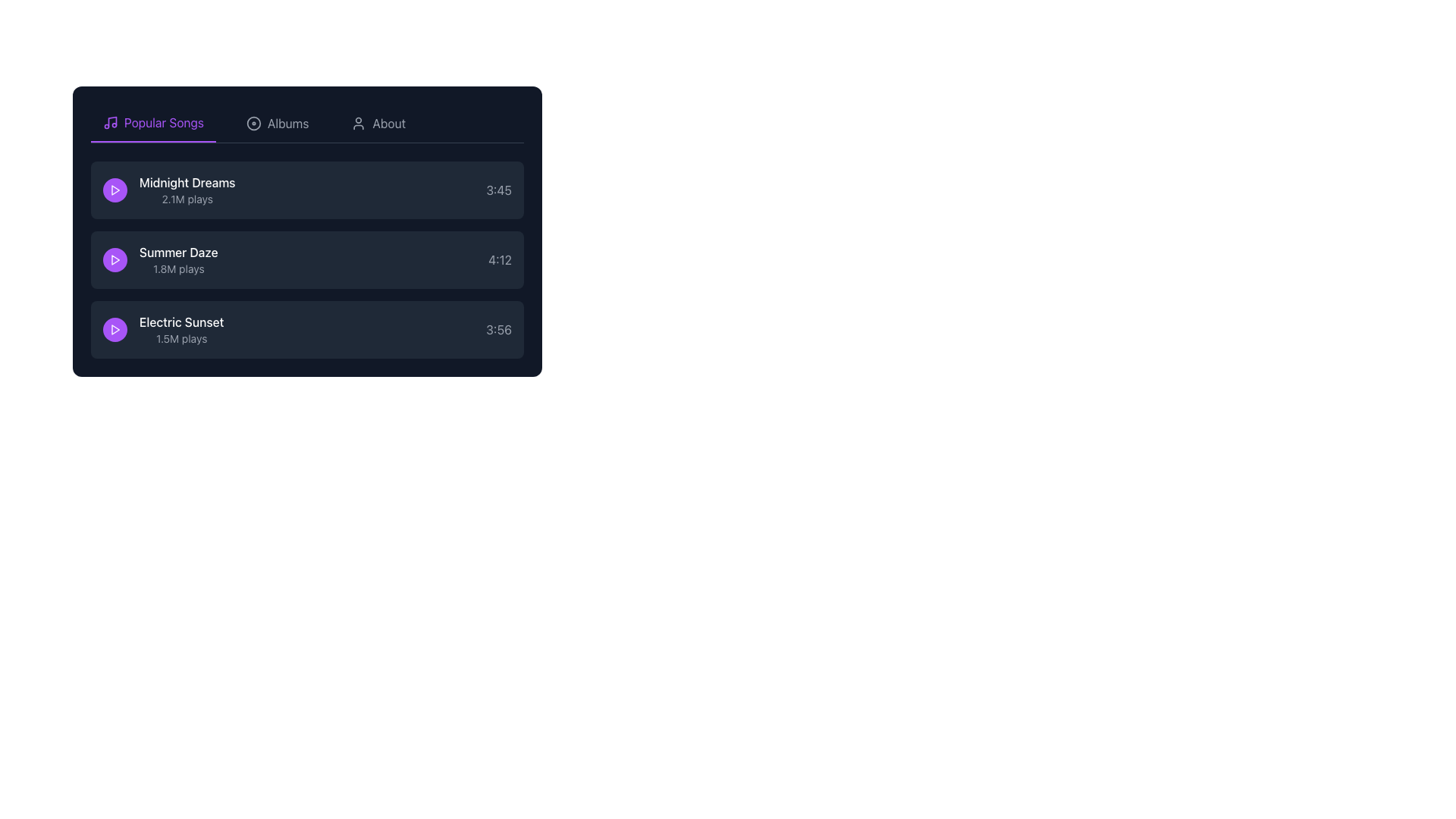 Image resolution: width=1456 pixels, height=819 pixels. I want to click on the 'Popular Songs' navigation link in the Interactive navigation tab, so click(153, 122).